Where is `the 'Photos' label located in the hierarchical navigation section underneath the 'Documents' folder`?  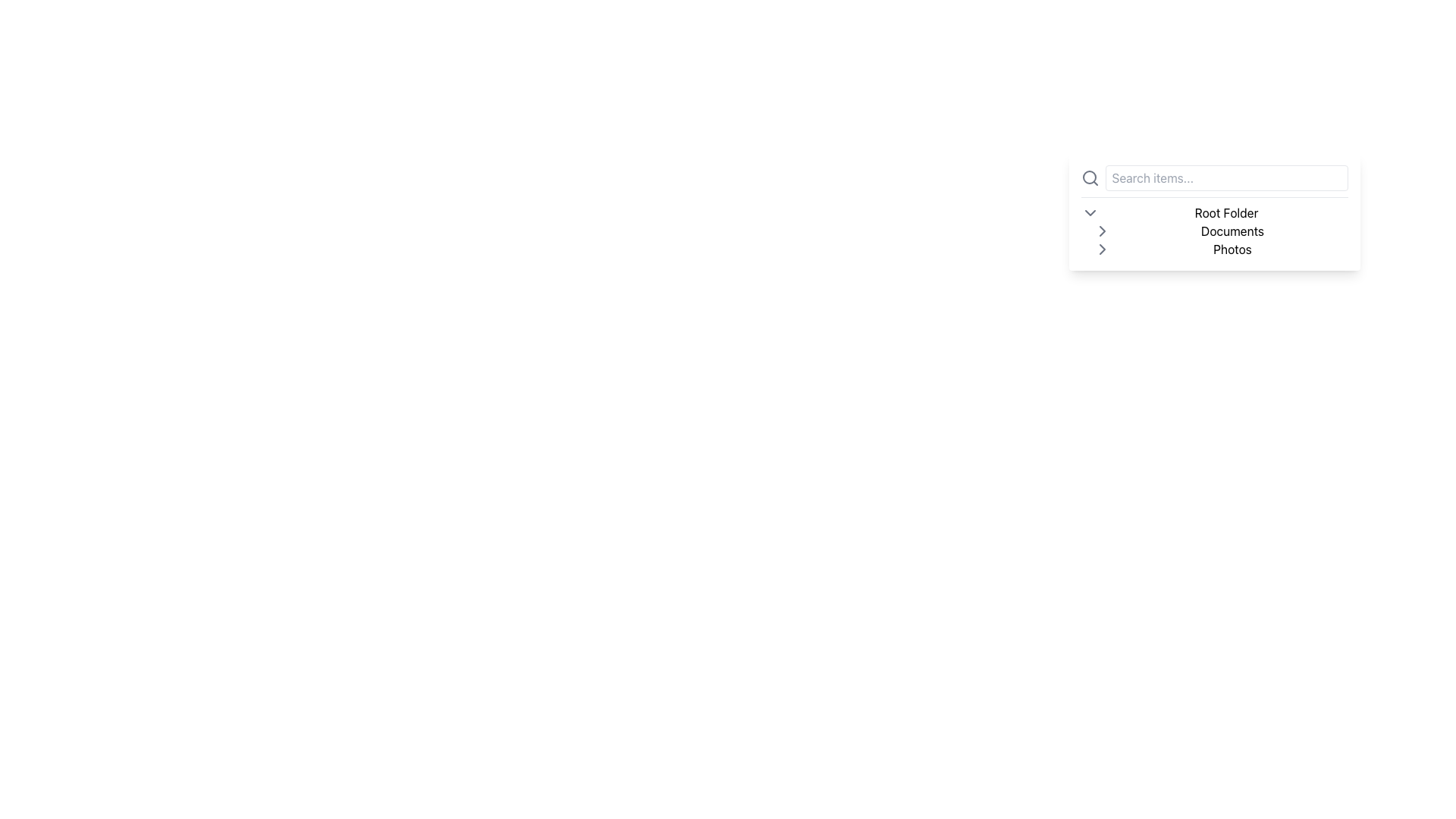
the 'Photos' label located in the hierarchical navigation section underneath the 'Documents' folder is located at coordinates (1232, 248).